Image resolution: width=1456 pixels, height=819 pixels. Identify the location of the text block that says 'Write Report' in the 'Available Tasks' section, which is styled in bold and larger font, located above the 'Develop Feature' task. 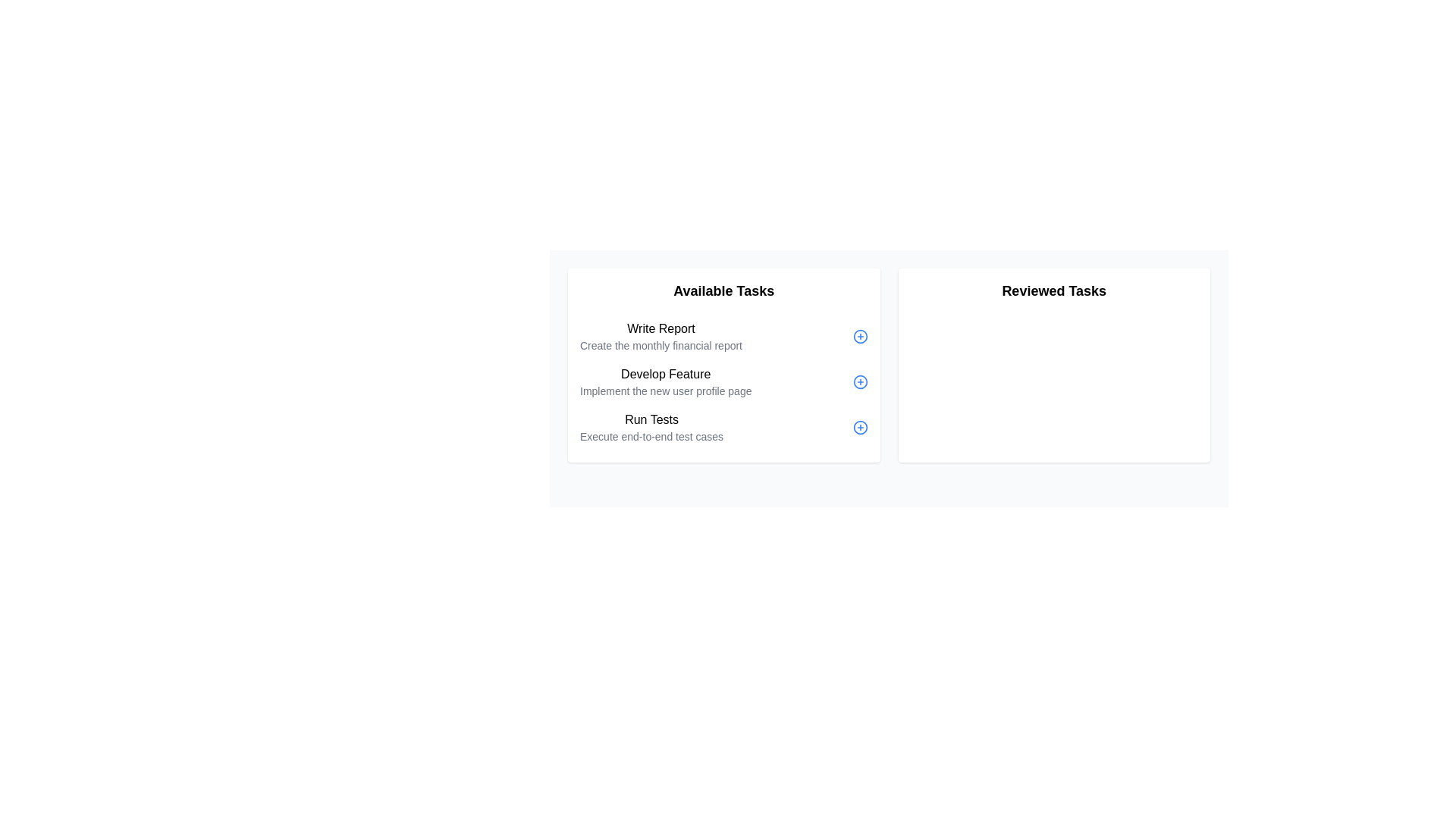
(661, 335).